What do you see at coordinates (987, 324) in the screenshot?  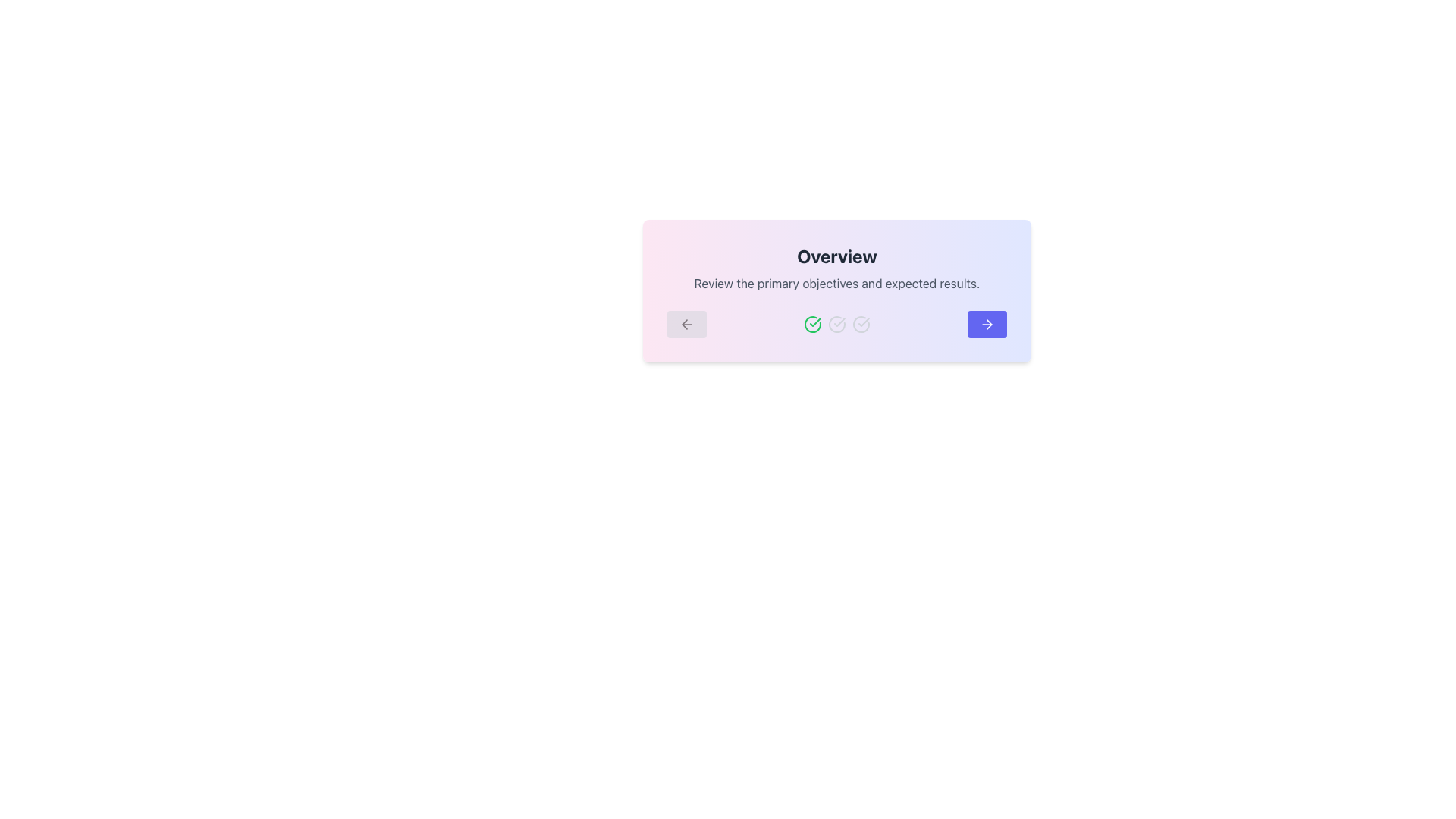 I see `the forward action icon located within the purple button at the bottom-right section of the 'Overview' dialog` at bounding box center [987, 324].